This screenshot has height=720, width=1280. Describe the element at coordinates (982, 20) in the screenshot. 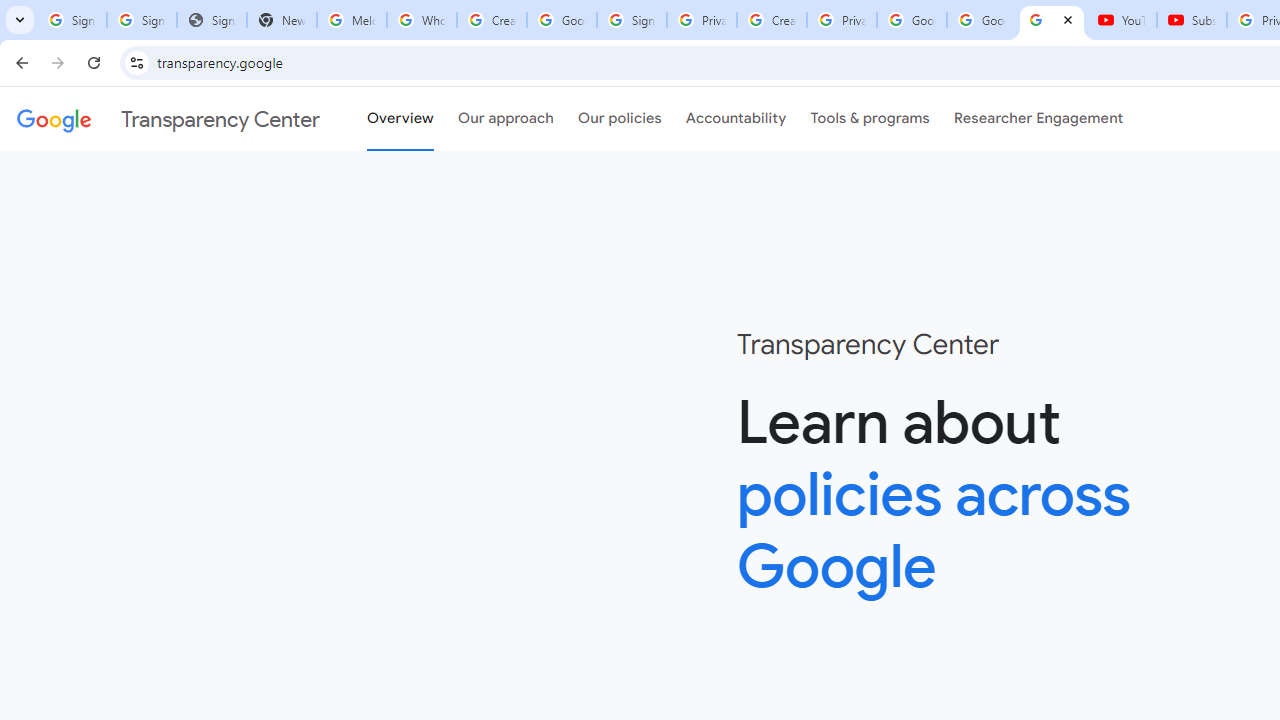

I see `'Google Account'` at that location.